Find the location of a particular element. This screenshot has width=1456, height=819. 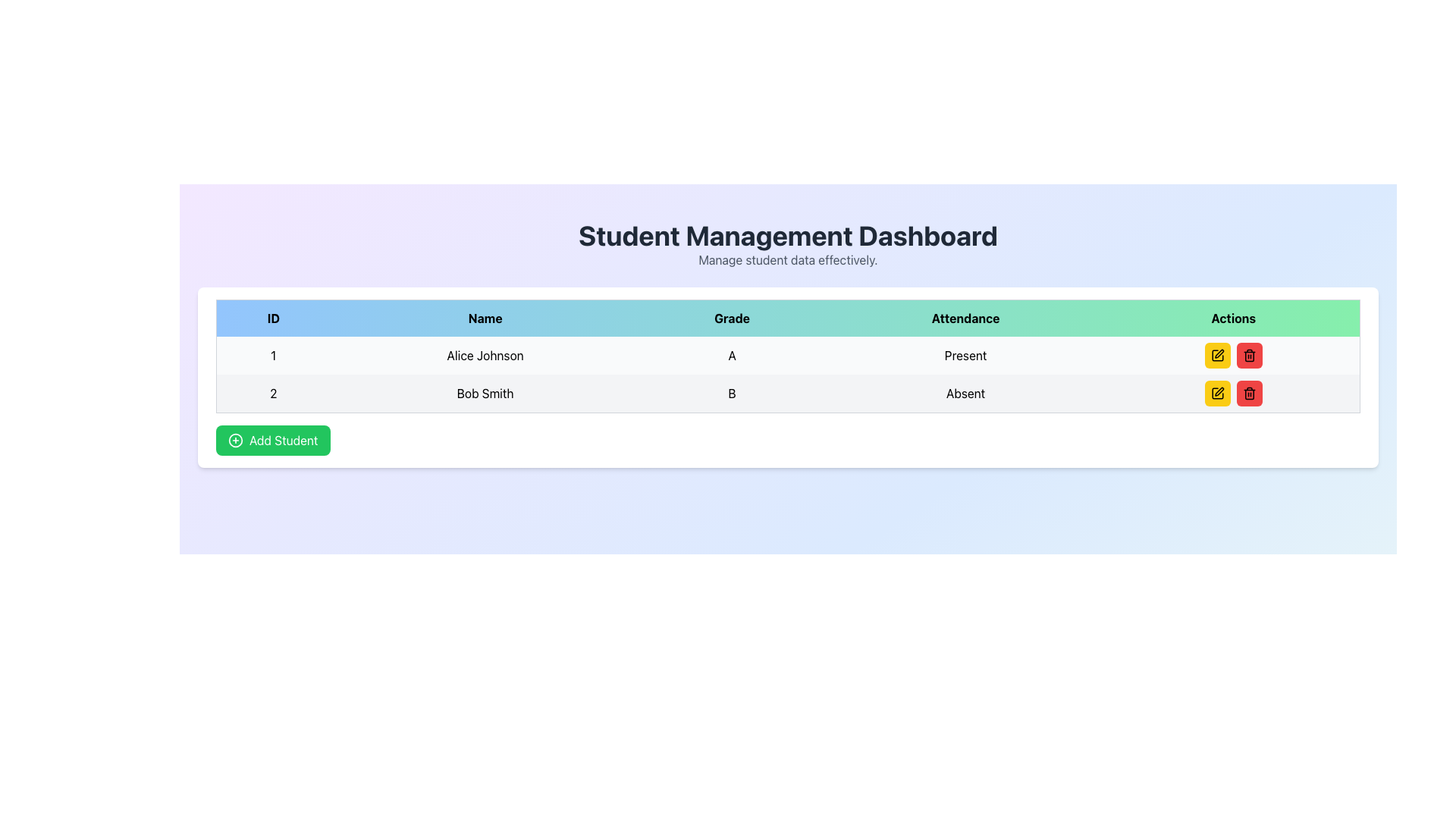

the 'Grade' column header label, which is centrally aligned in the third column of the table layout, positioned between the 'Name' and 'Attendance' columns is located at coordinates (732, 317).